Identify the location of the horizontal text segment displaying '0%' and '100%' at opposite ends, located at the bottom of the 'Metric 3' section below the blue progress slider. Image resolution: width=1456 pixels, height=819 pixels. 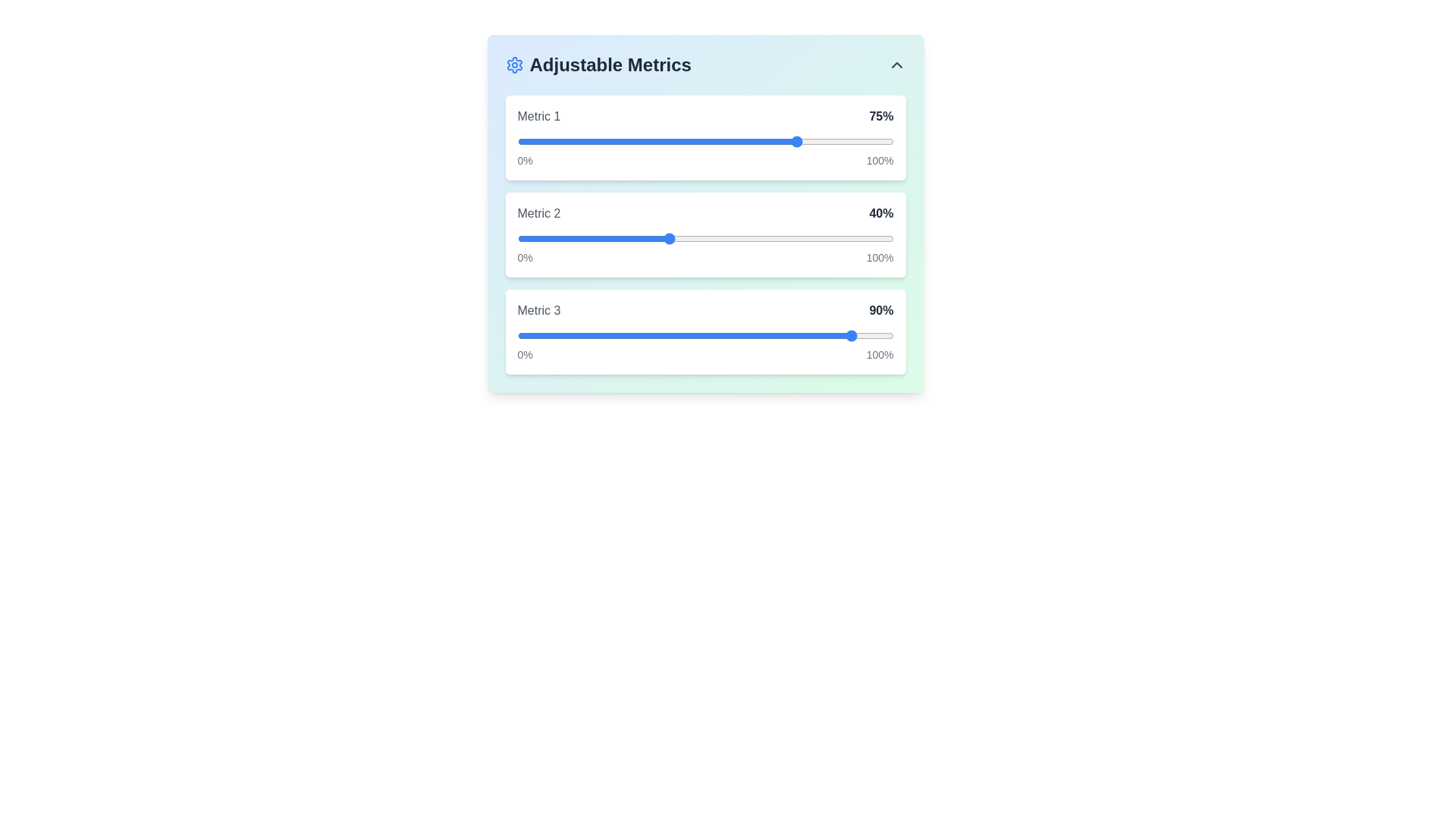
(704, 354).